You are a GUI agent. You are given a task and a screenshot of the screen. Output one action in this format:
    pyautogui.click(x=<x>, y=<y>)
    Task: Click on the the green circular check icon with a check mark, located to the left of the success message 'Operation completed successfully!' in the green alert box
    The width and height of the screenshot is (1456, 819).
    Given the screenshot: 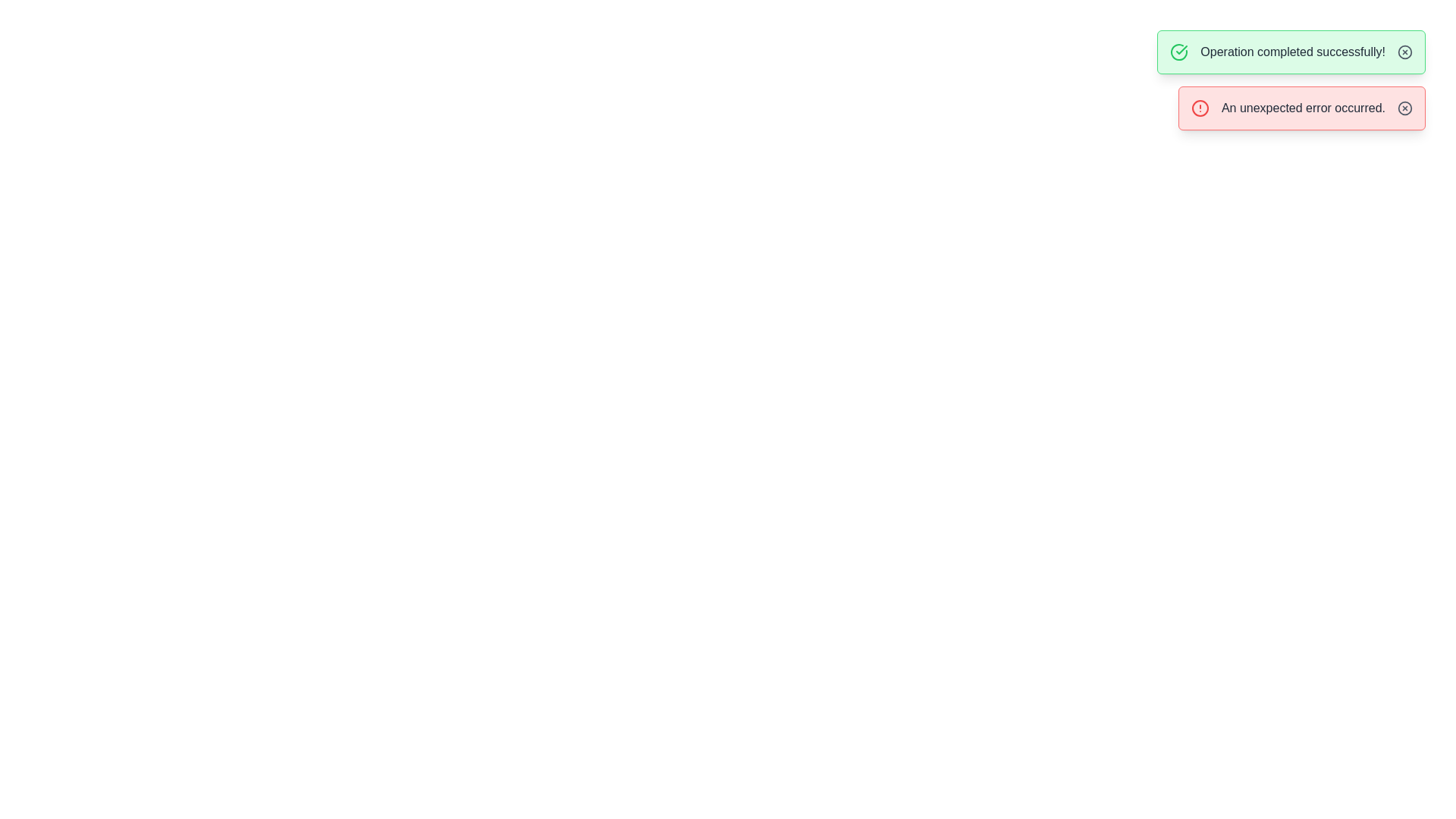 What is the action you would take?
    pyautogui.click(x=1178, y=52)
    